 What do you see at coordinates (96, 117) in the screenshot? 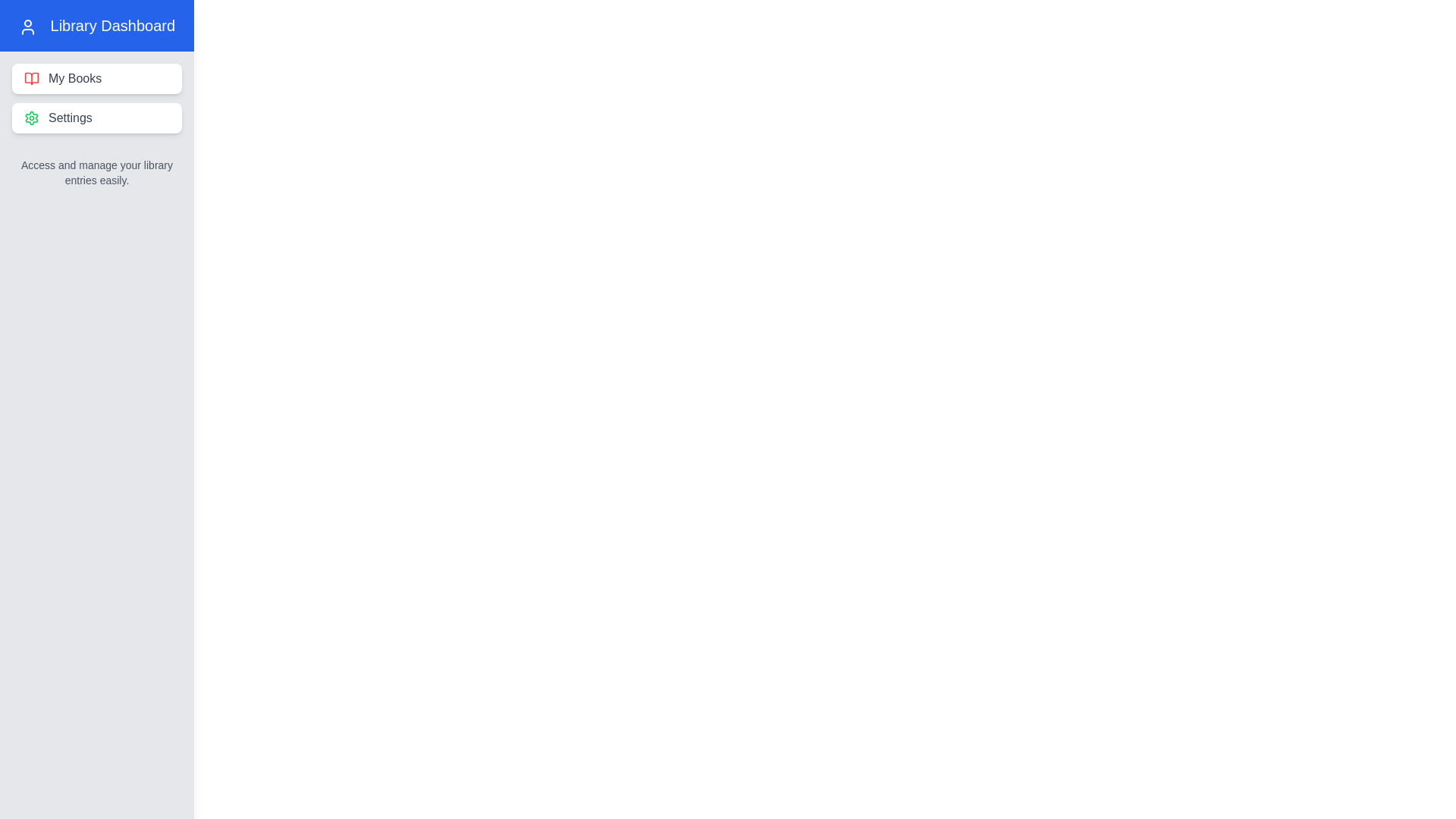
I see `the 'Settings' button in the drawer` at bounding box center [96, 117].